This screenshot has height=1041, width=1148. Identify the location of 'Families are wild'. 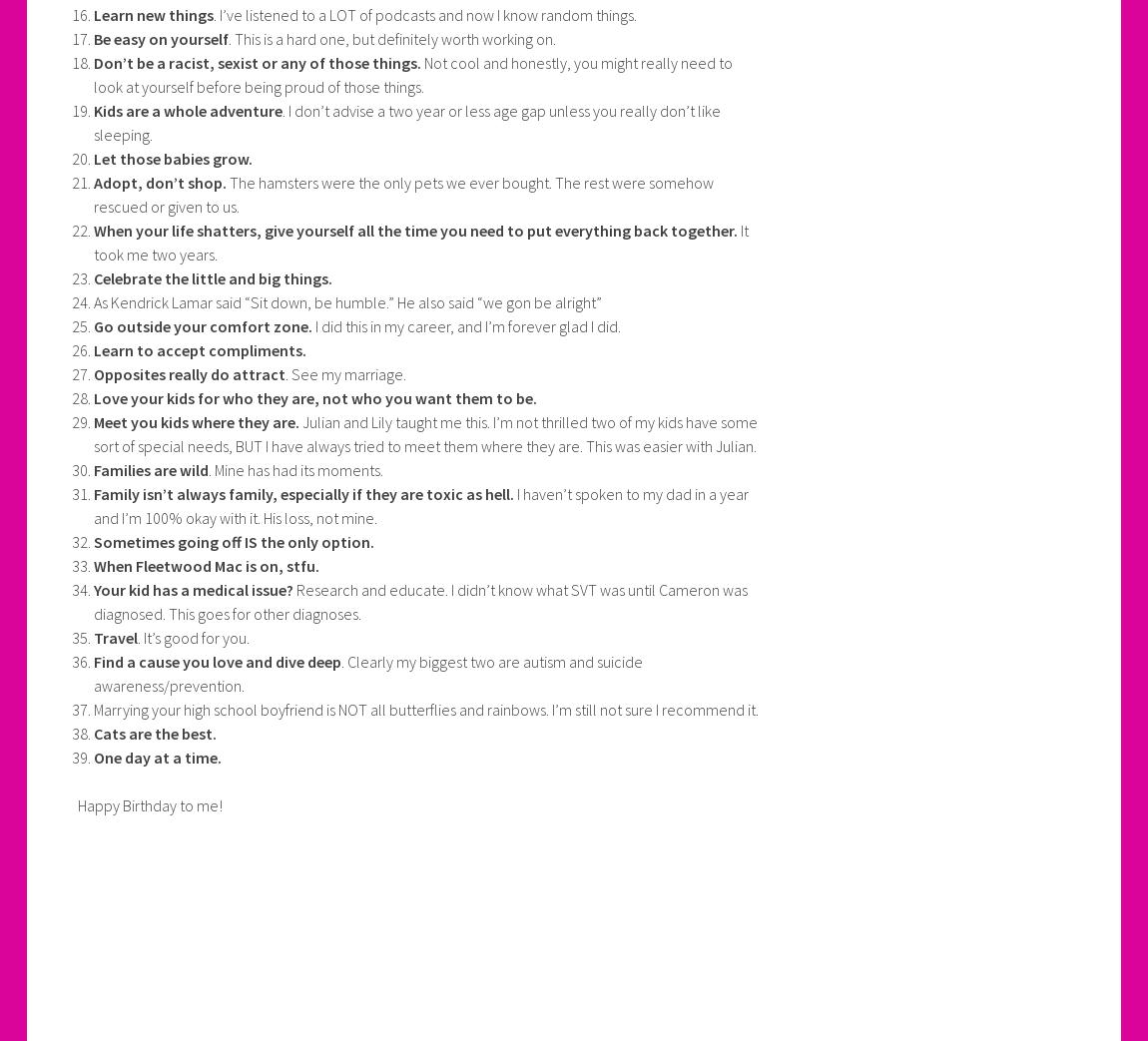
(149, 469).